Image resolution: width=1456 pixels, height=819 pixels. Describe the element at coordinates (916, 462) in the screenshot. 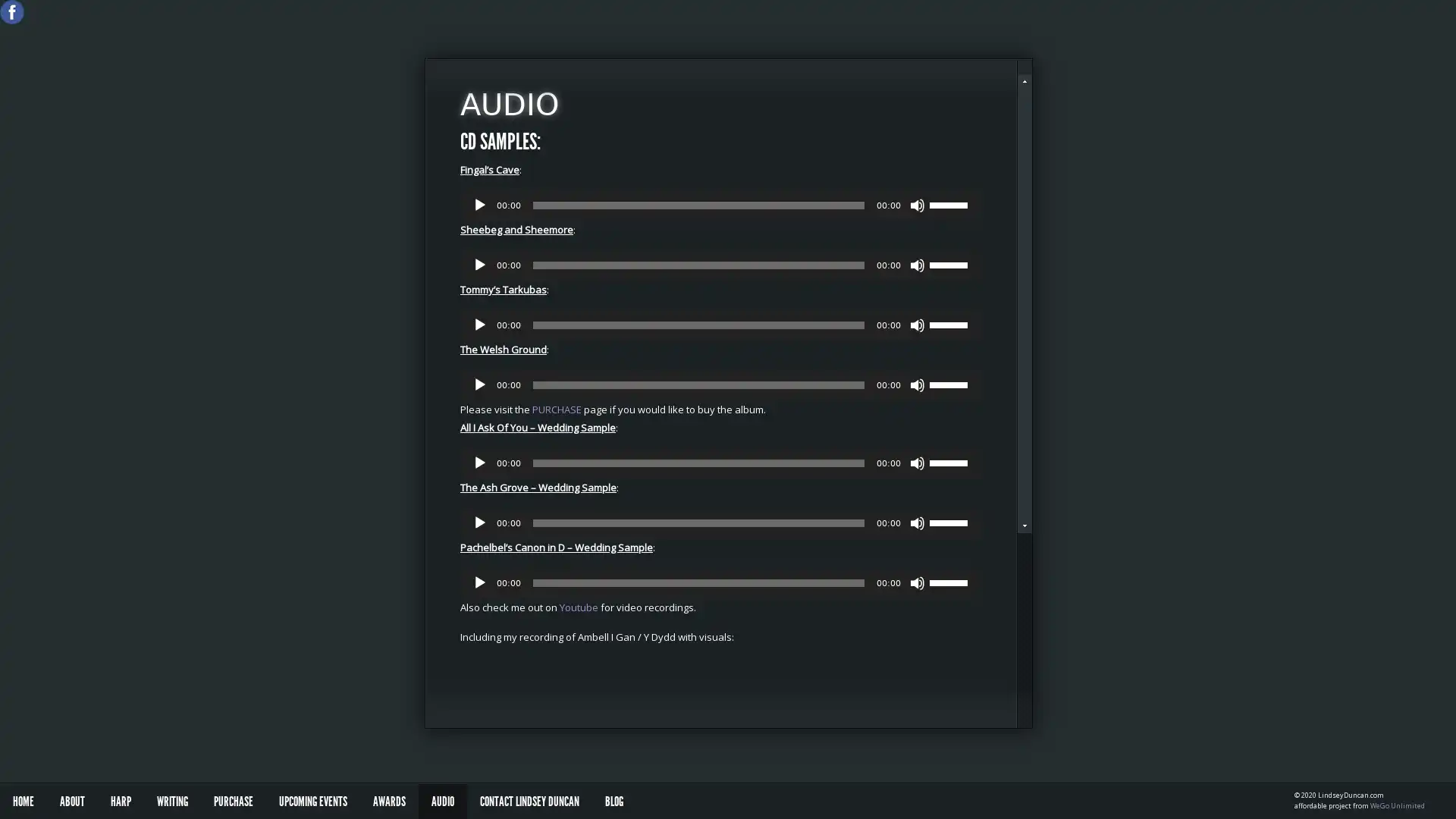

I see `Mute` at that location.